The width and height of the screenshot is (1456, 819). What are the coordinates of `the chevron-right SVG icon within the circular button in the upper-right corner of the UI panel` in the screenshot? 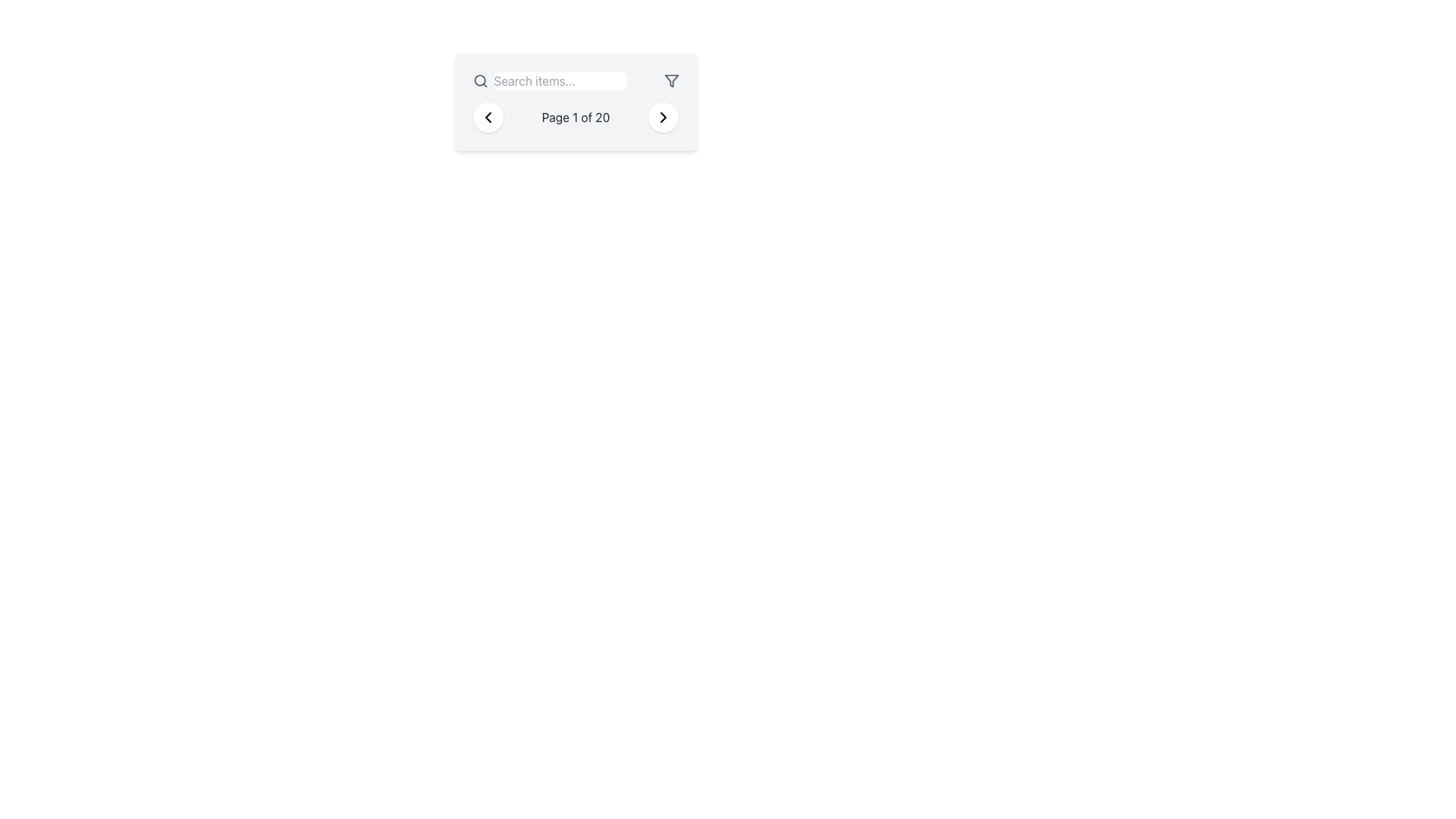 It's located at (664, 116).